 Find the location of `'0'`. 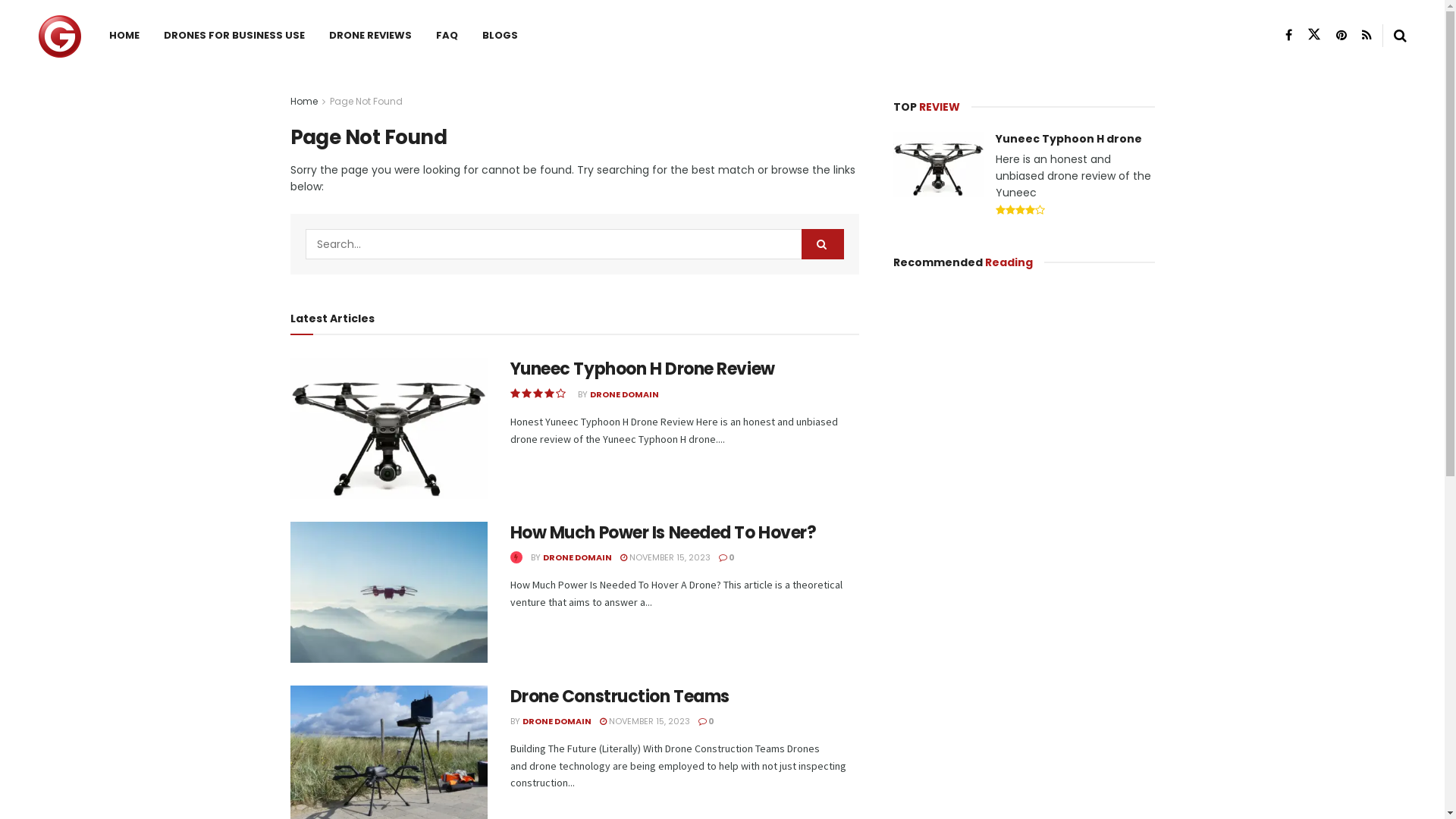

'0' is located at coordinates (704, 720).